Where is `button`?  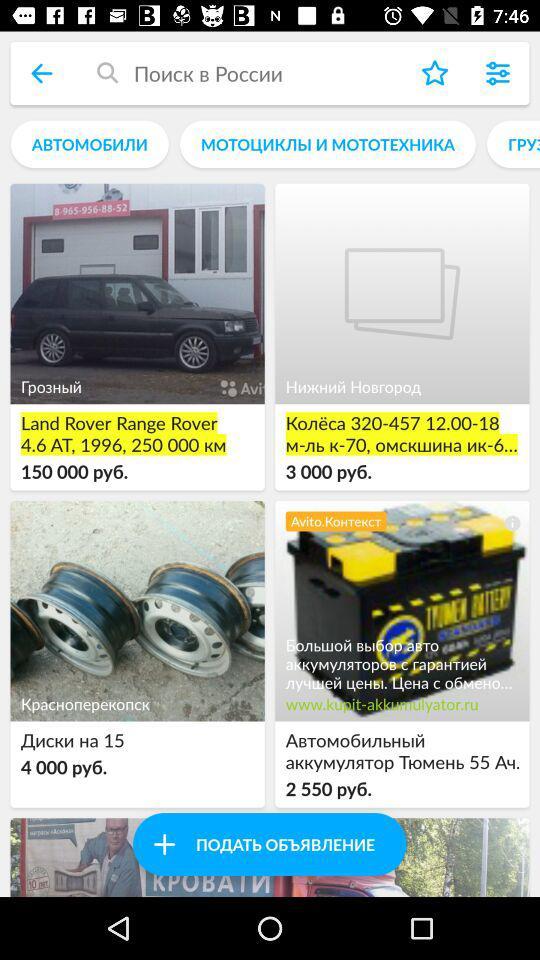 button is located at coordinates (163, 843).